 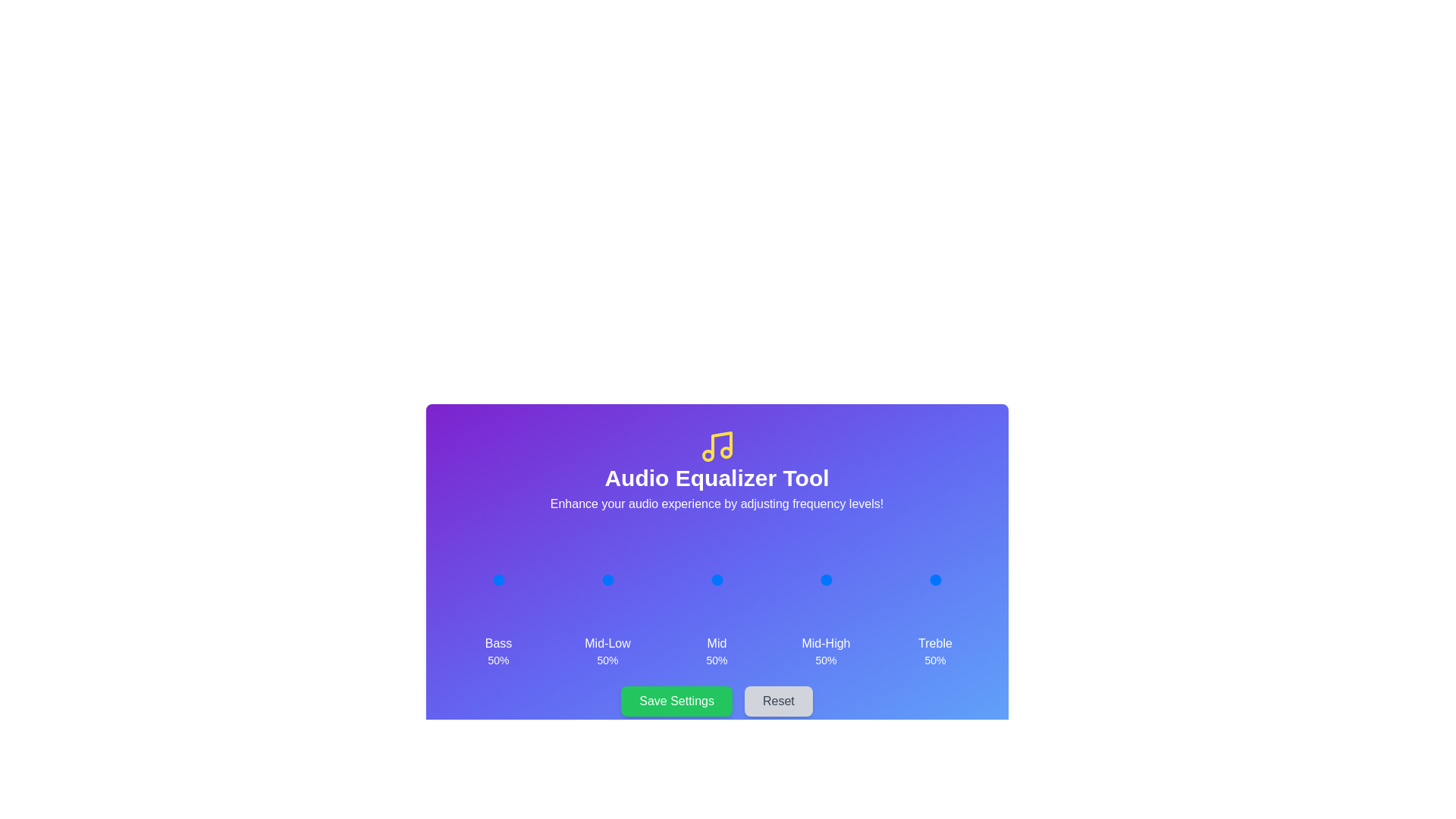 What do you see at coordinates (631, 579) in the screenshot?
I see `the 1 slider to 99%` at bounding box center [631, 579].